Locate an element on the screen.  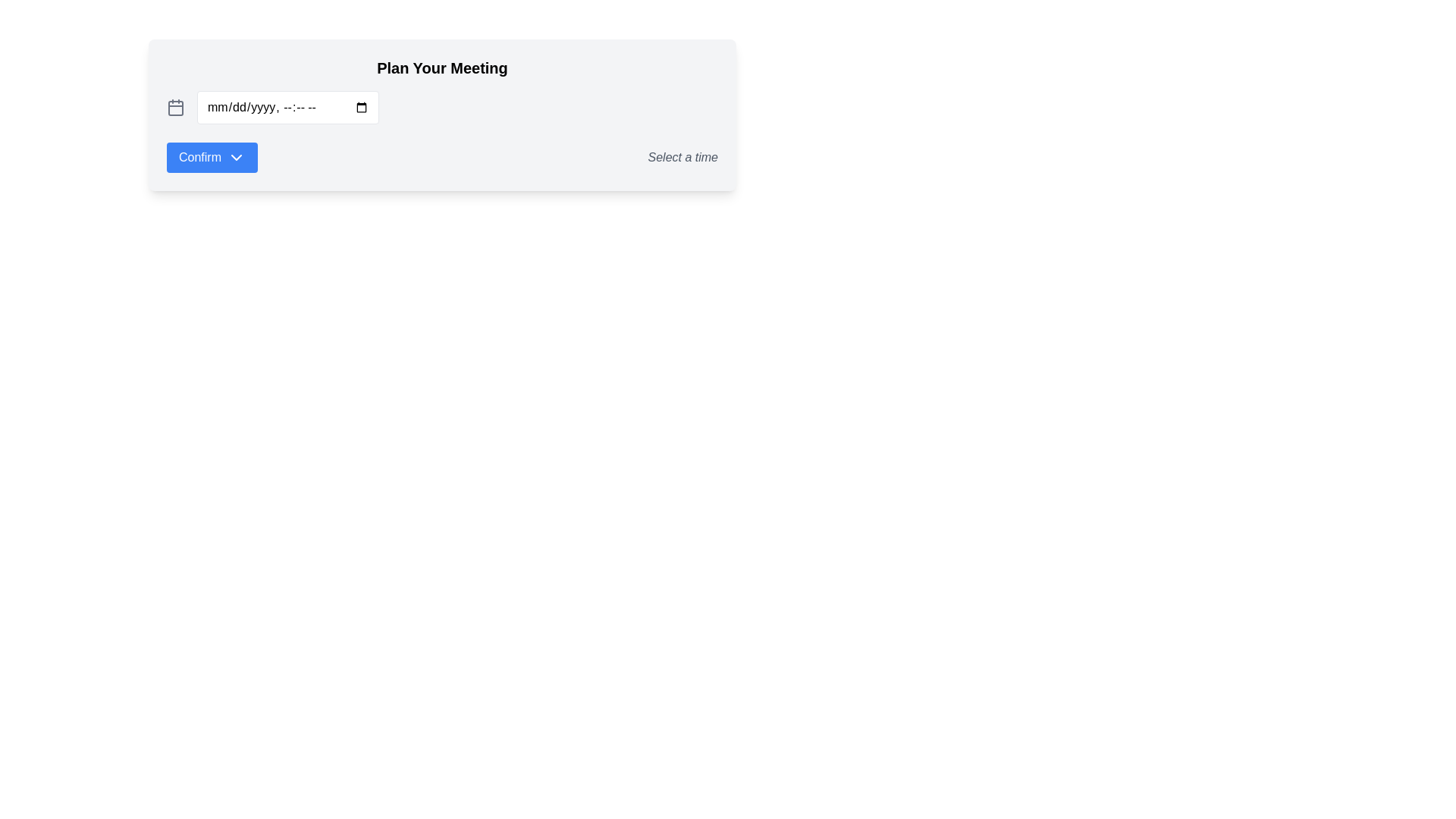
the dropdown icon located to the right of the 'Confirm' button, indicating expandable menu functionality is located at coordinates (236, 158).